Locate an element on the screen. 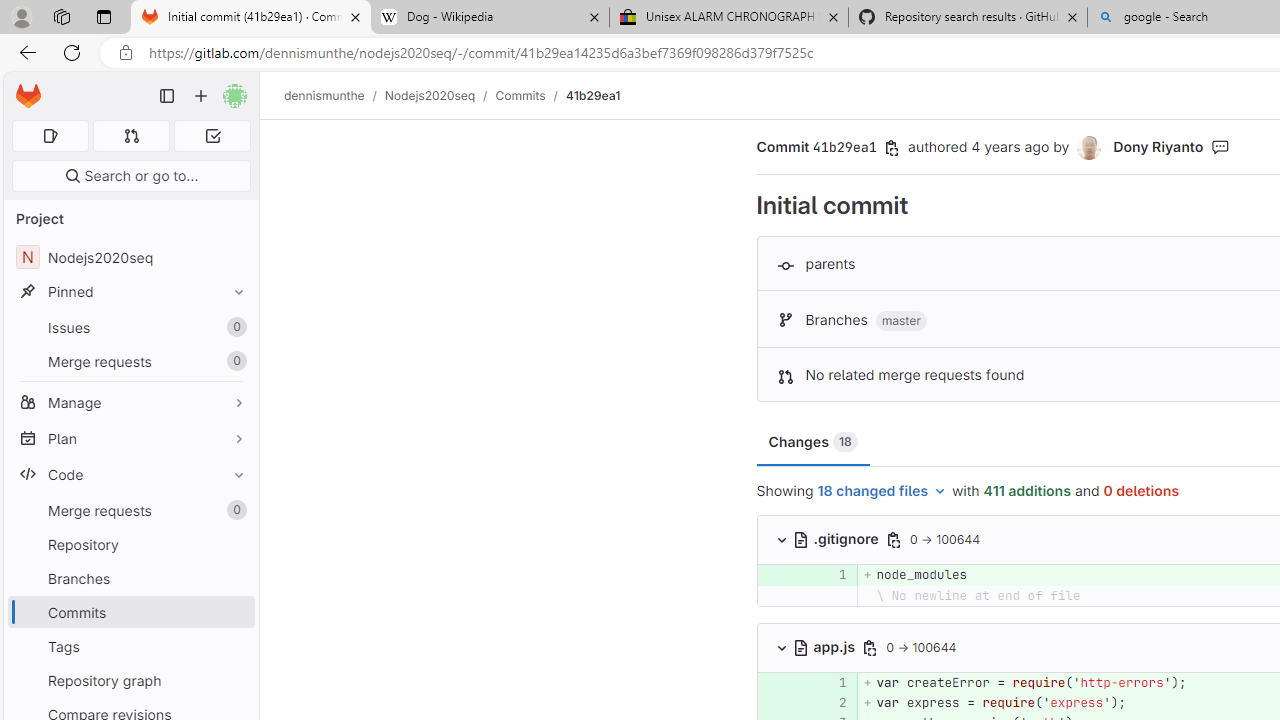 Image resolution: width=1280 pixels, height=720 pixels. 'Commits' is located at coordinates (520, 95).